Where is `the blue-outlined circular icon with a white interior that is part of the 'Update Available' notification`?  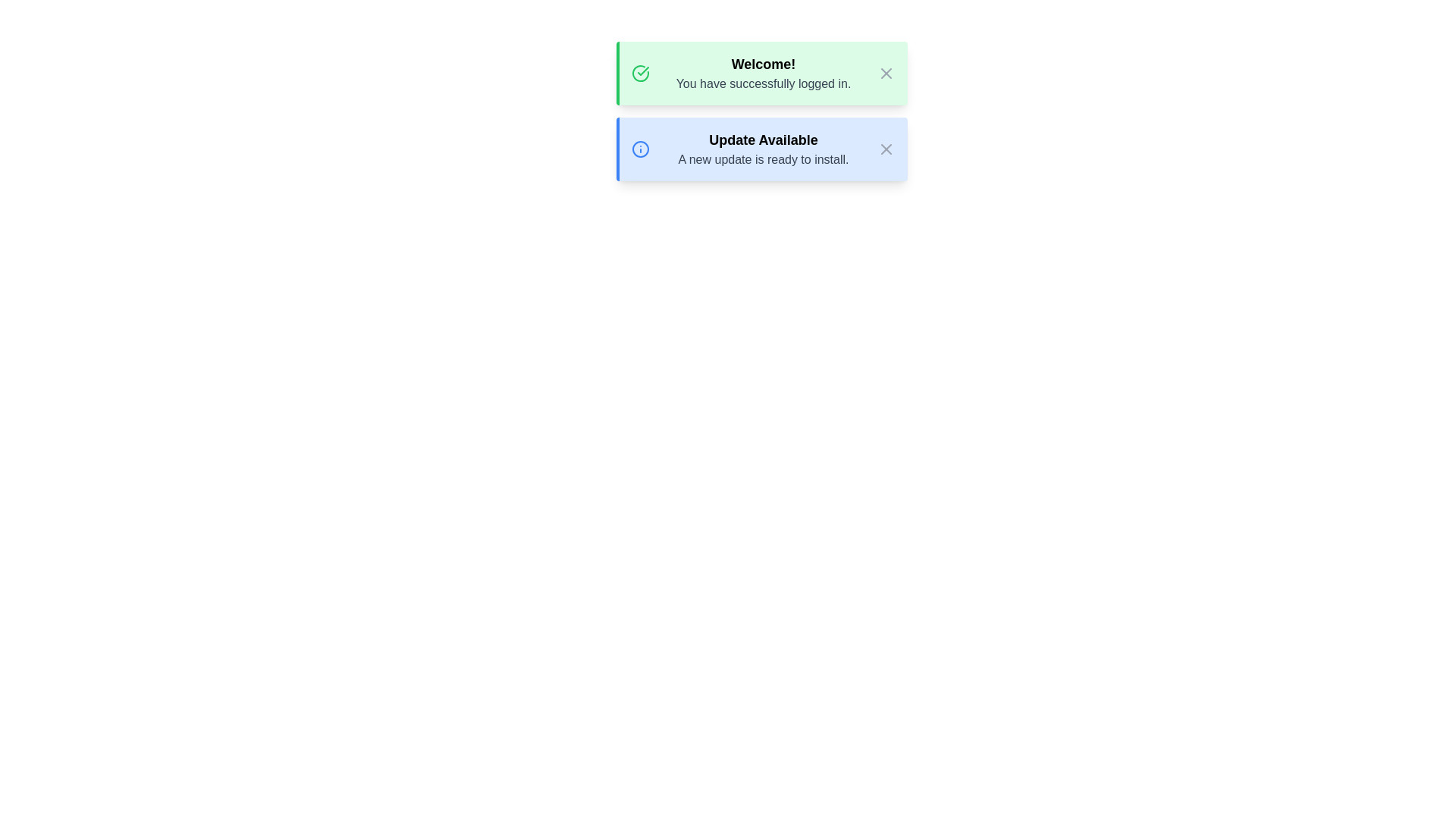
the blue-outlined circular icon with a white interior that is part of the 'Update Available' notification is located at coordinates (640, 149).